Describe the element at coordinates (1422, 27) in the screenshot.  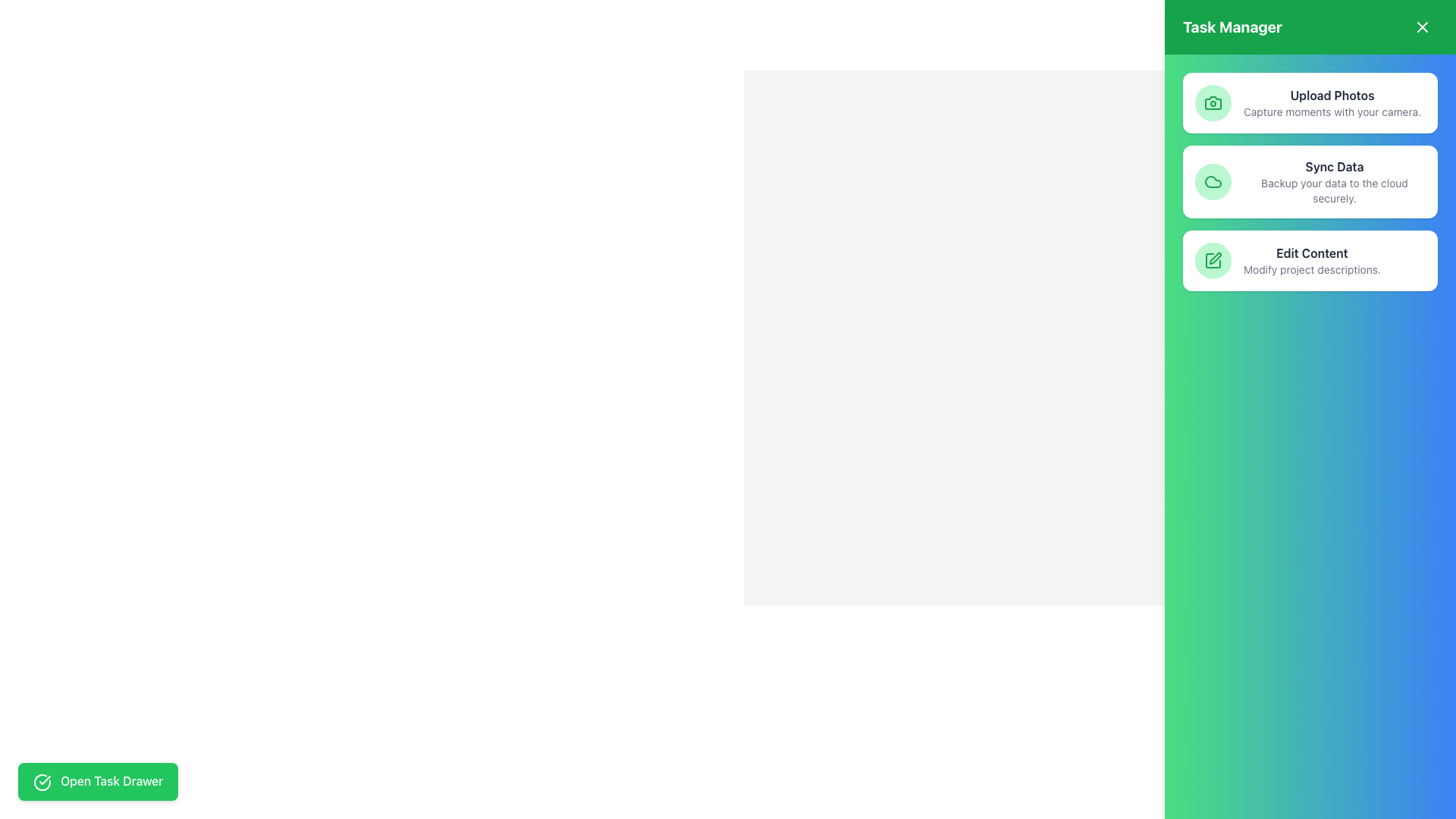
I see `the close icon button located at the top-right corner of the 'Task Manager' green header bar` at that location.